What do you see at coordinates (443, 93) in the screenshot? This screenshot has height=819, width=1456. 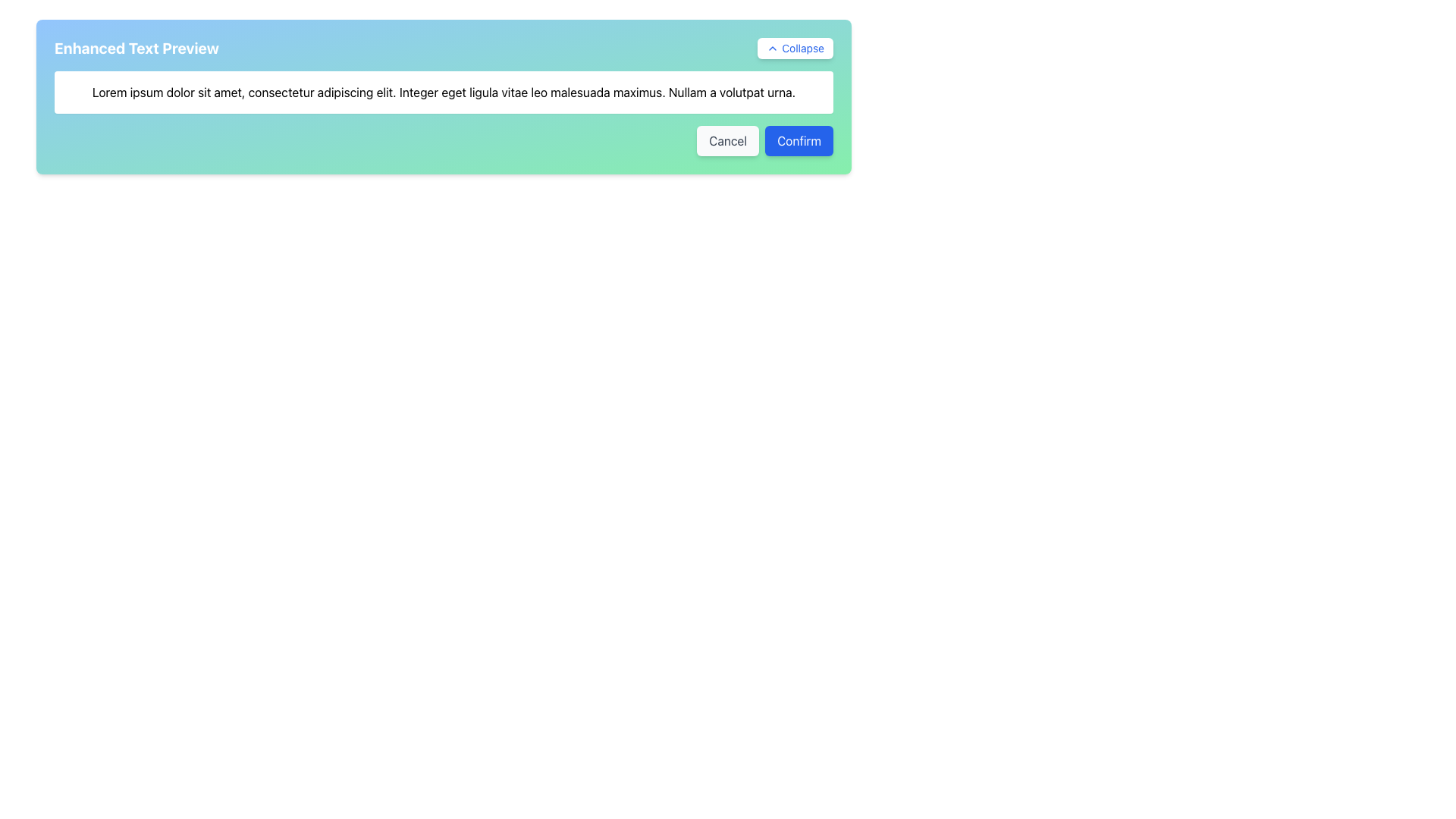 I see `text displayed in the Text Display element located beneath the 'Enhanced Text Preview' section and above the 'Cancel' and 'Confirm' buttons` at bounding box center [443, 93].